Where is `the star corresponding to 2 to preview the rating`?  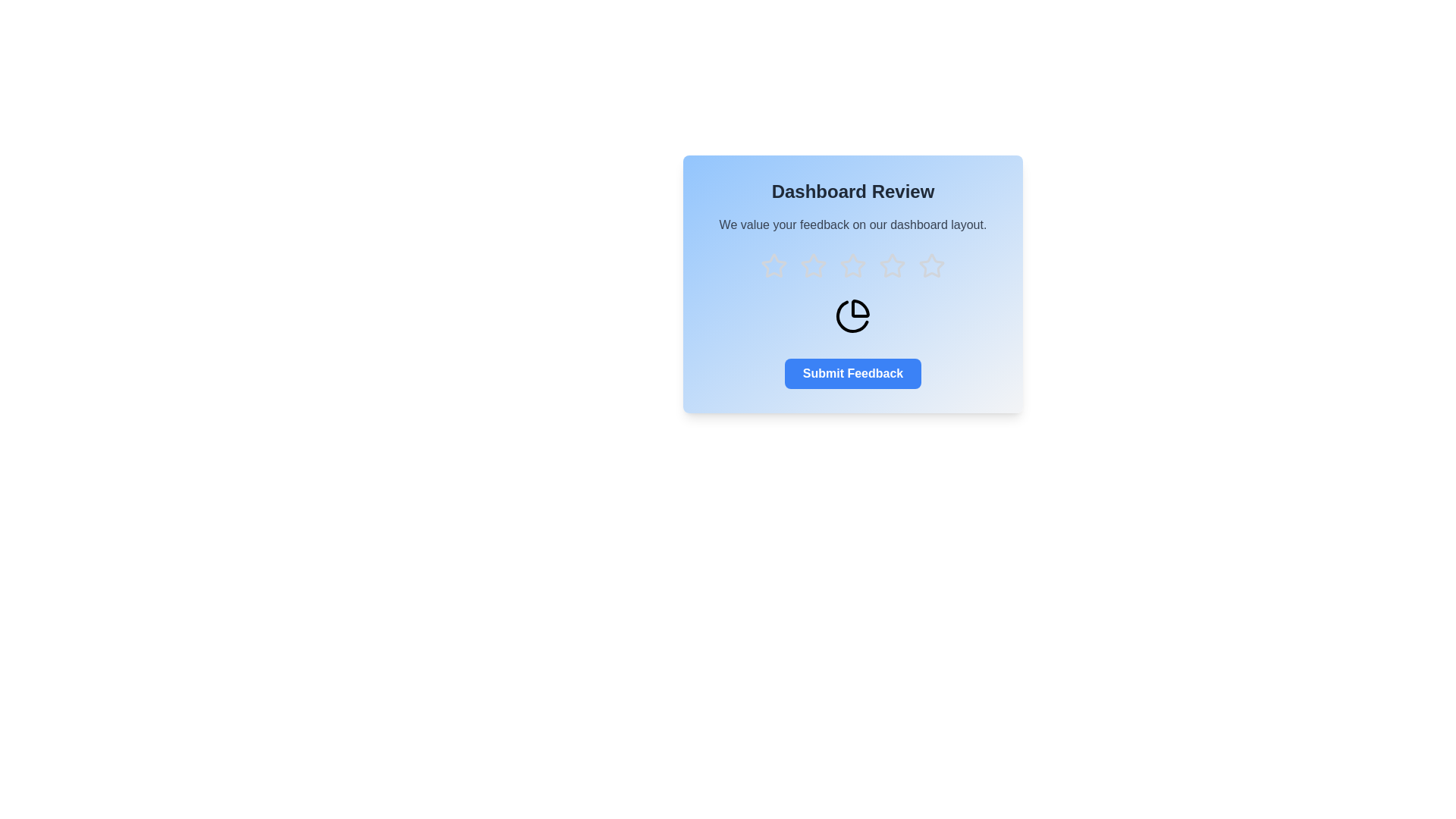
the star corresponding to 2 to preview the rating is located at coordinates (813, 265).